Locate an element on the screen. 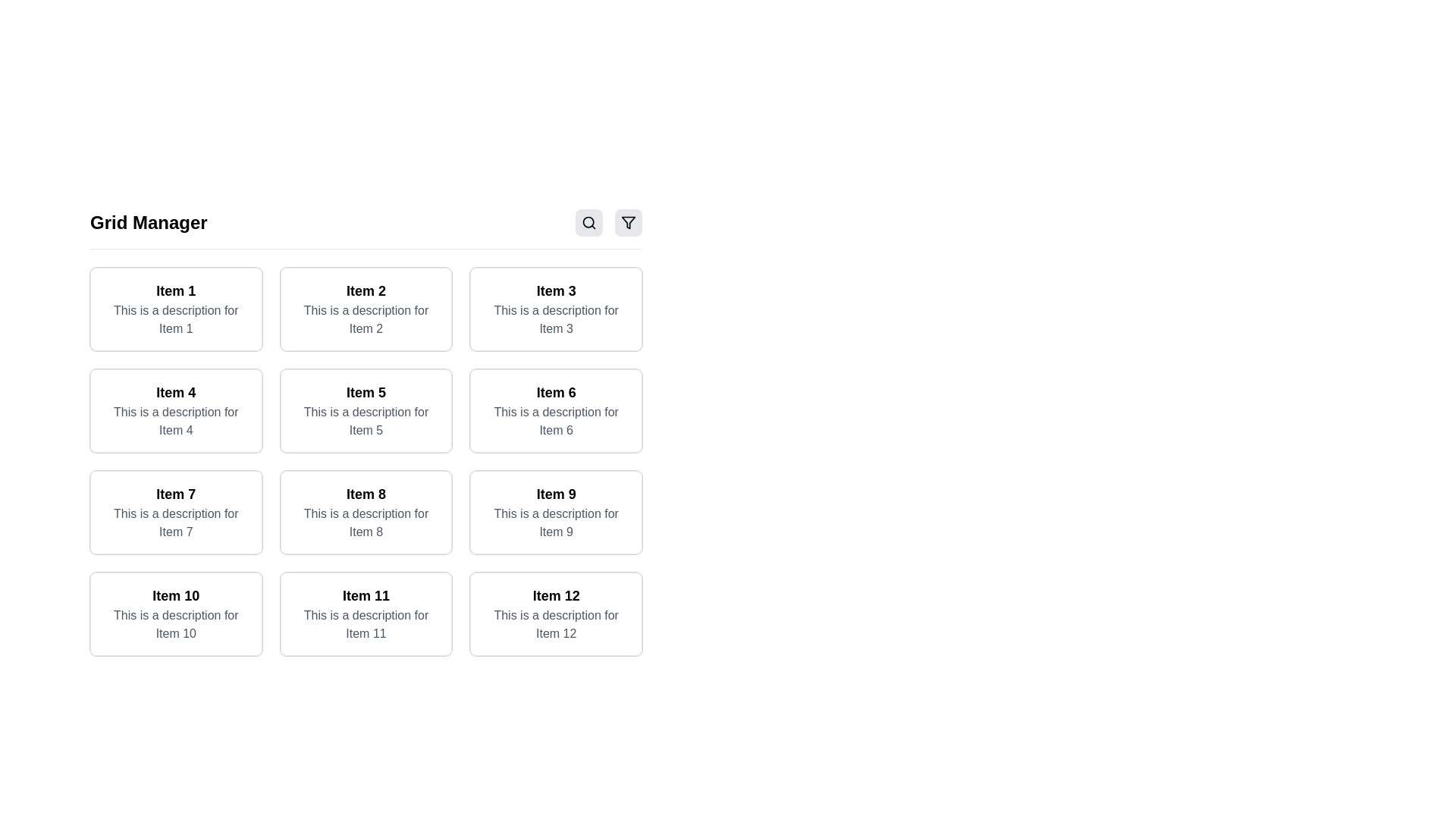 The width and height of the screenshot is (1456, 819). the magnifying glass icon by clicking on its circular part to trigger search functionality is located at coordinates (588, 222).